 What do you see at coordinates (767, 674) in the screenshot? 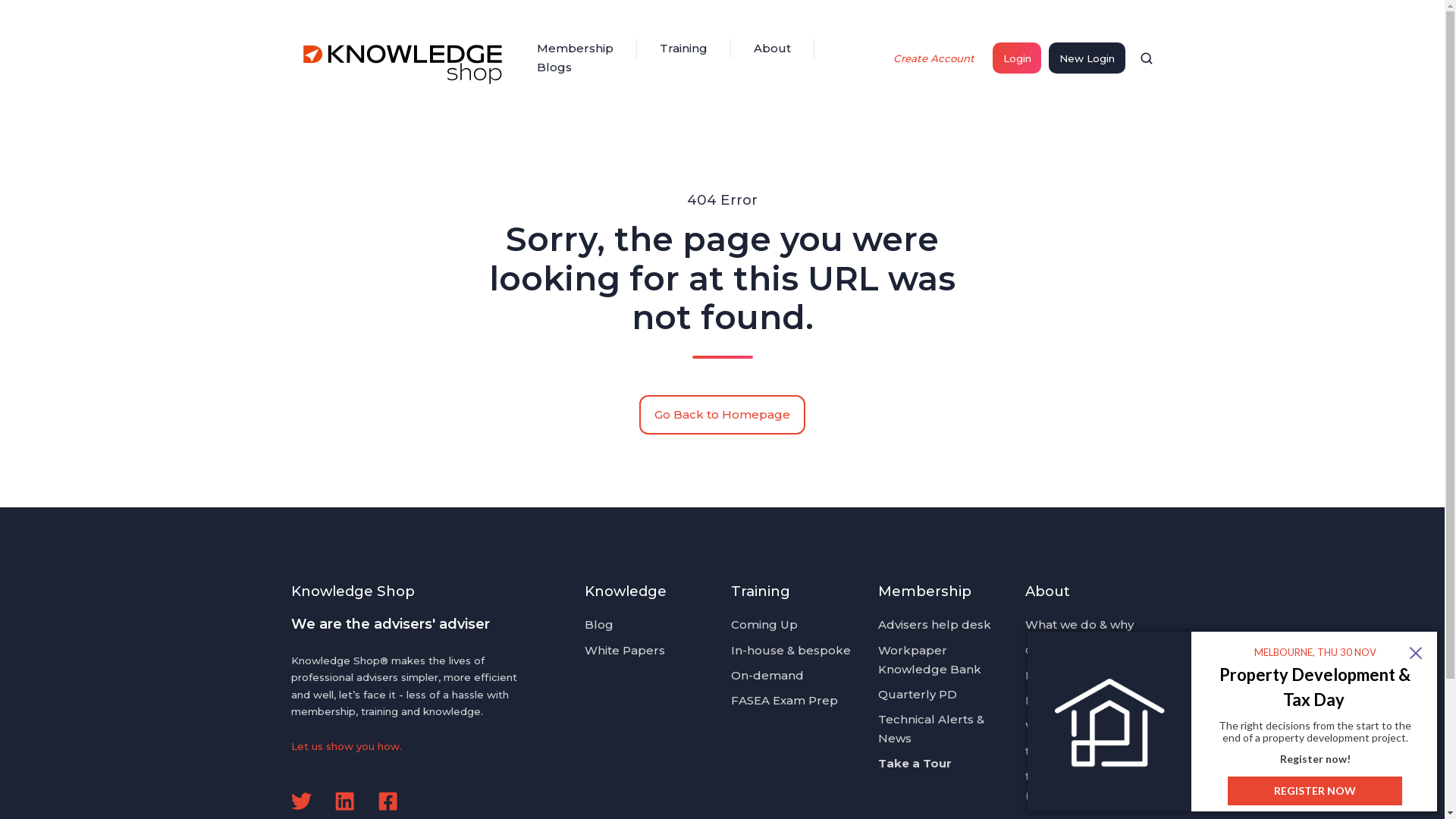
I see `'On-demand'` at bounding box center [767, 674].